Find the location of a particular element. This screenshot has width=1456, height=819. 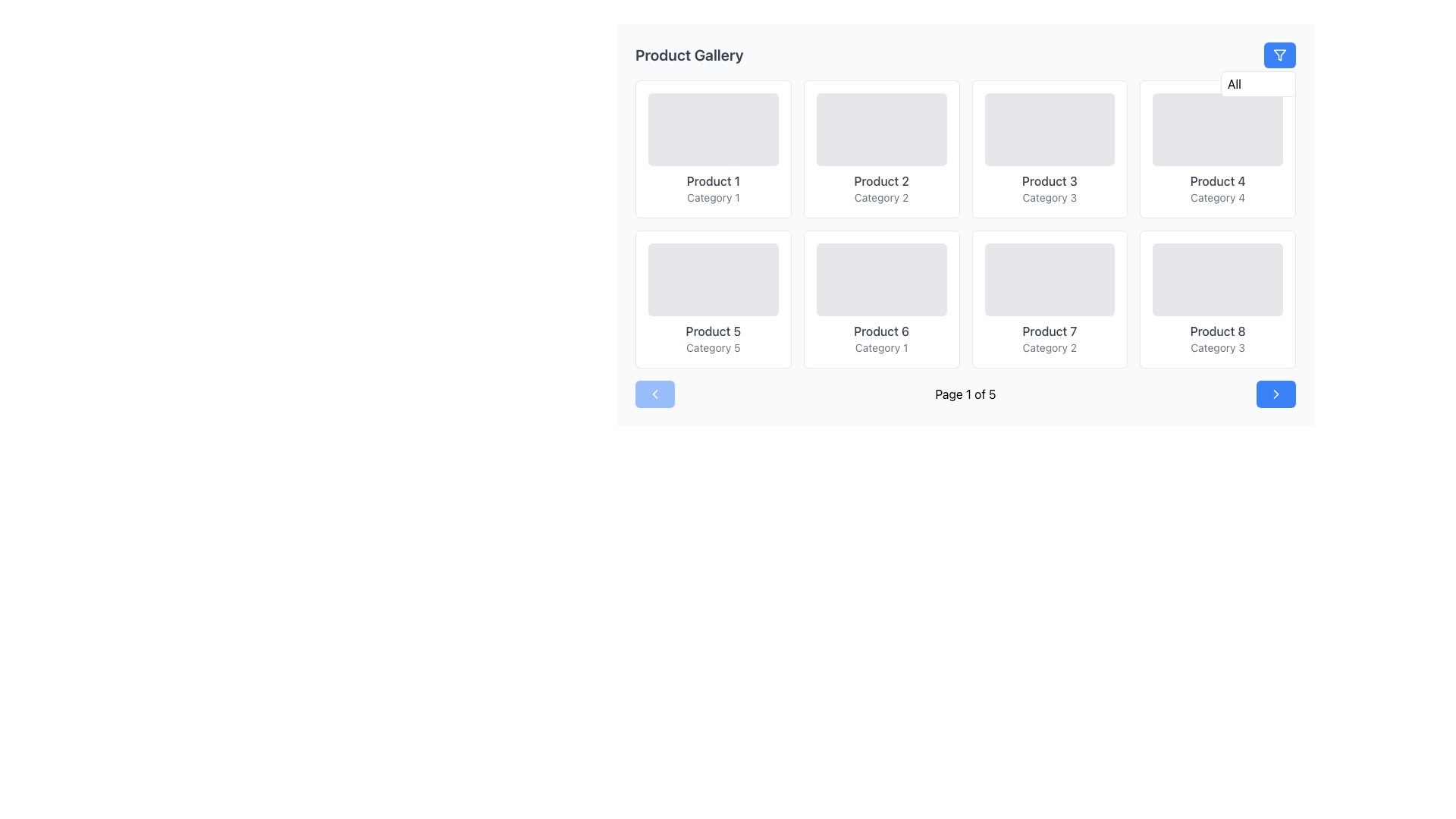

the product card representing the sixth item in a gallery grid layout is located at coordinates (881, 299).